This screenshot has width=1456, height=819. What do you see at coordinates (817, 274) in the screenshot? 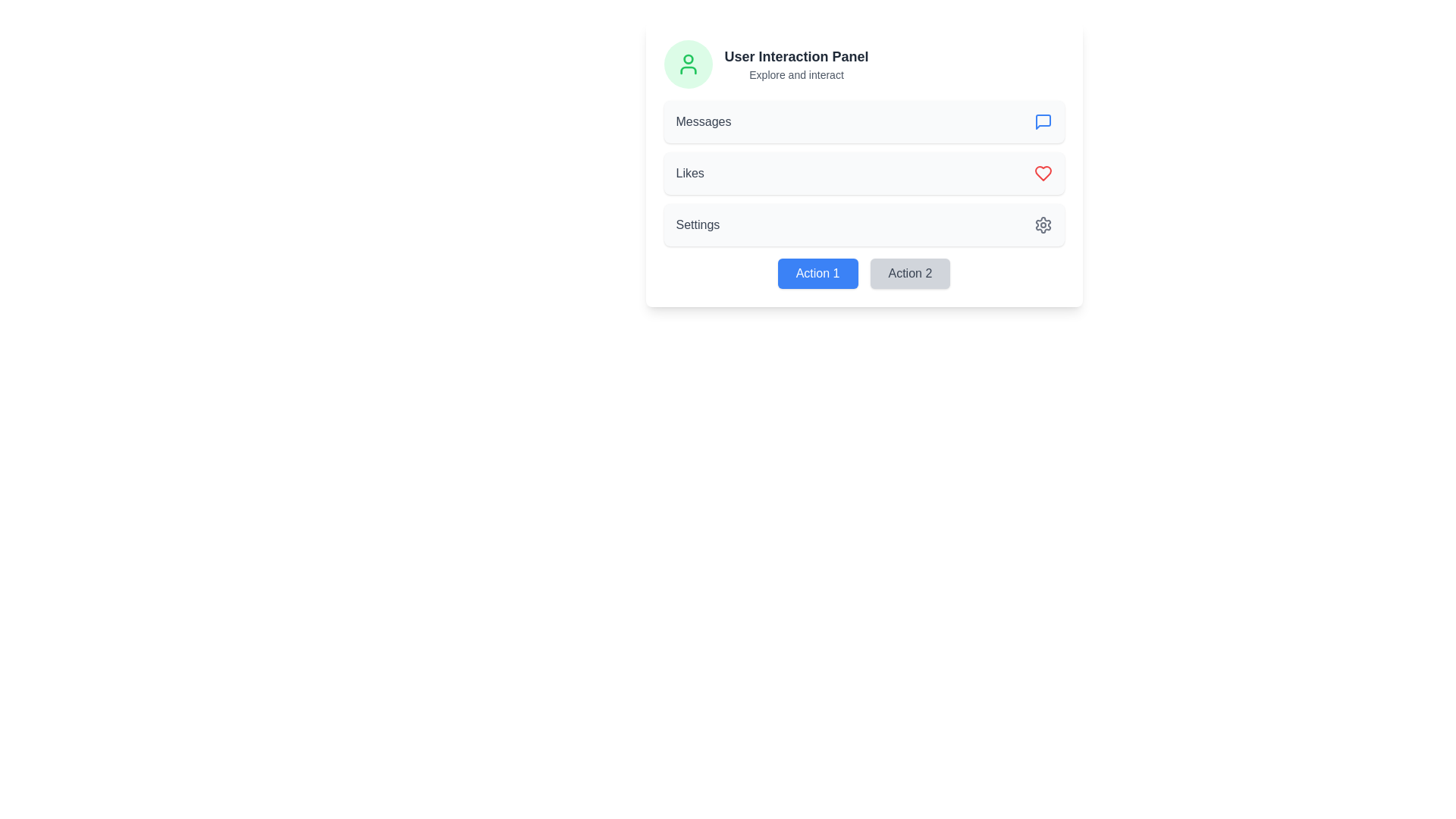
I see `the first blue button labeled 'Action 1'` at bounding box center [817, 274].